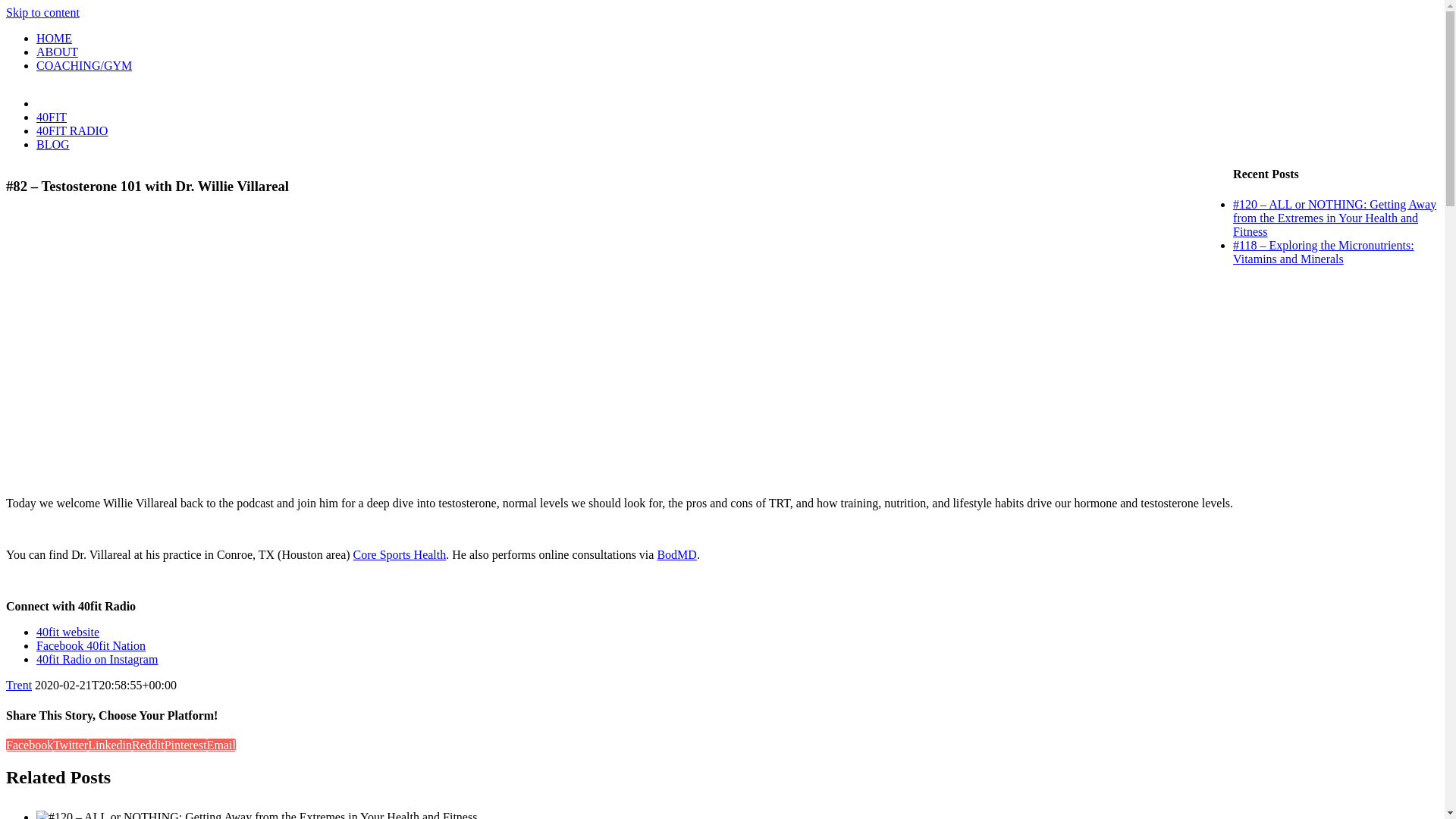 Image resolution: width=1456 pixels, height=819 pixels. Describe the element at coordinates (57, 51) in the screenshot. I see `'ABOUT'` at that location.